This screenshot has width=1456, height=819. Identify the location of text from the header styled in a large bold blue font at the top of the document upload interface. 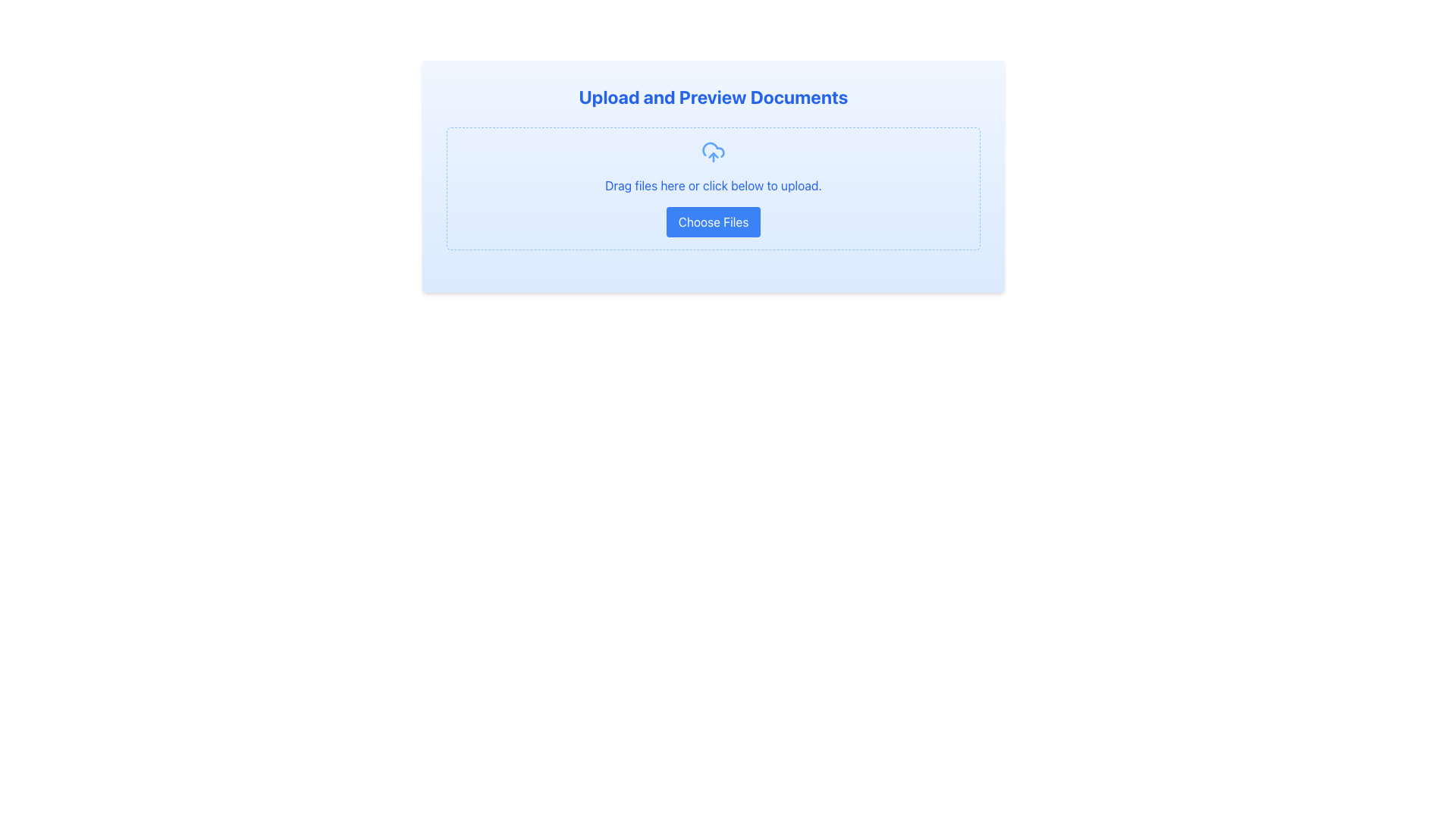
(712, 96).